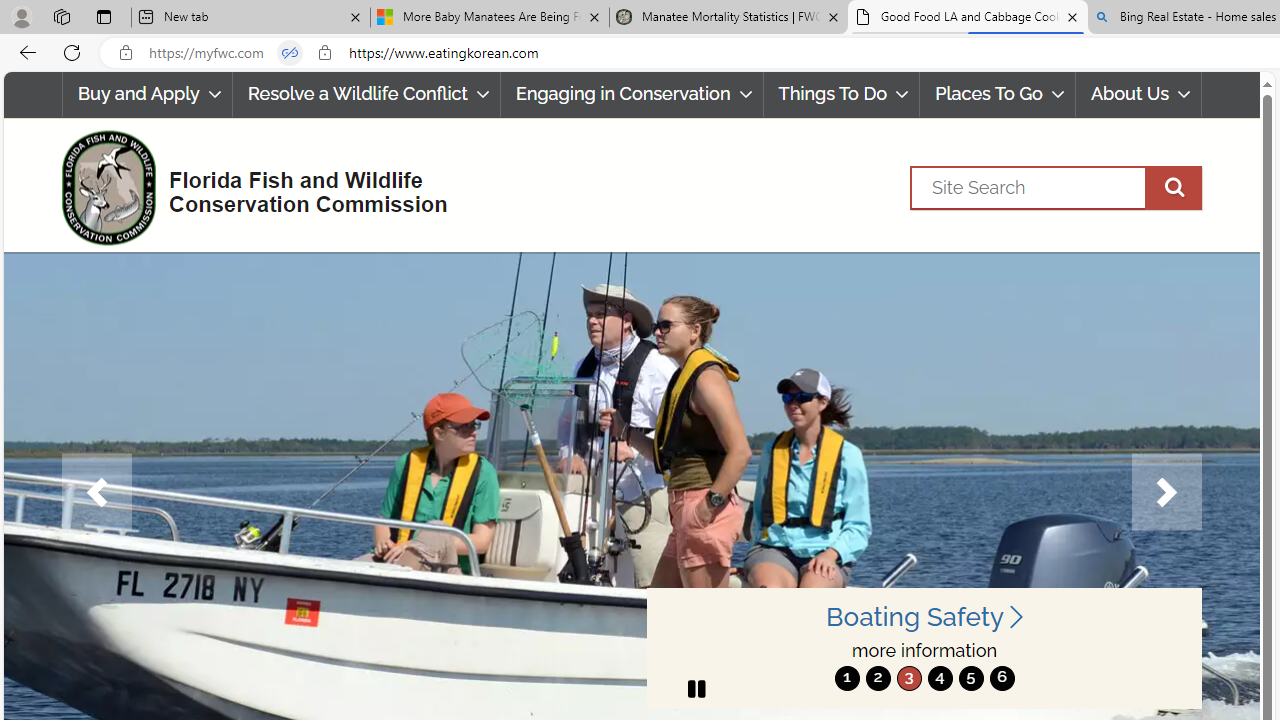 The image size is (1280, 720). I want to click on 'About Us', so click(1138, 94).